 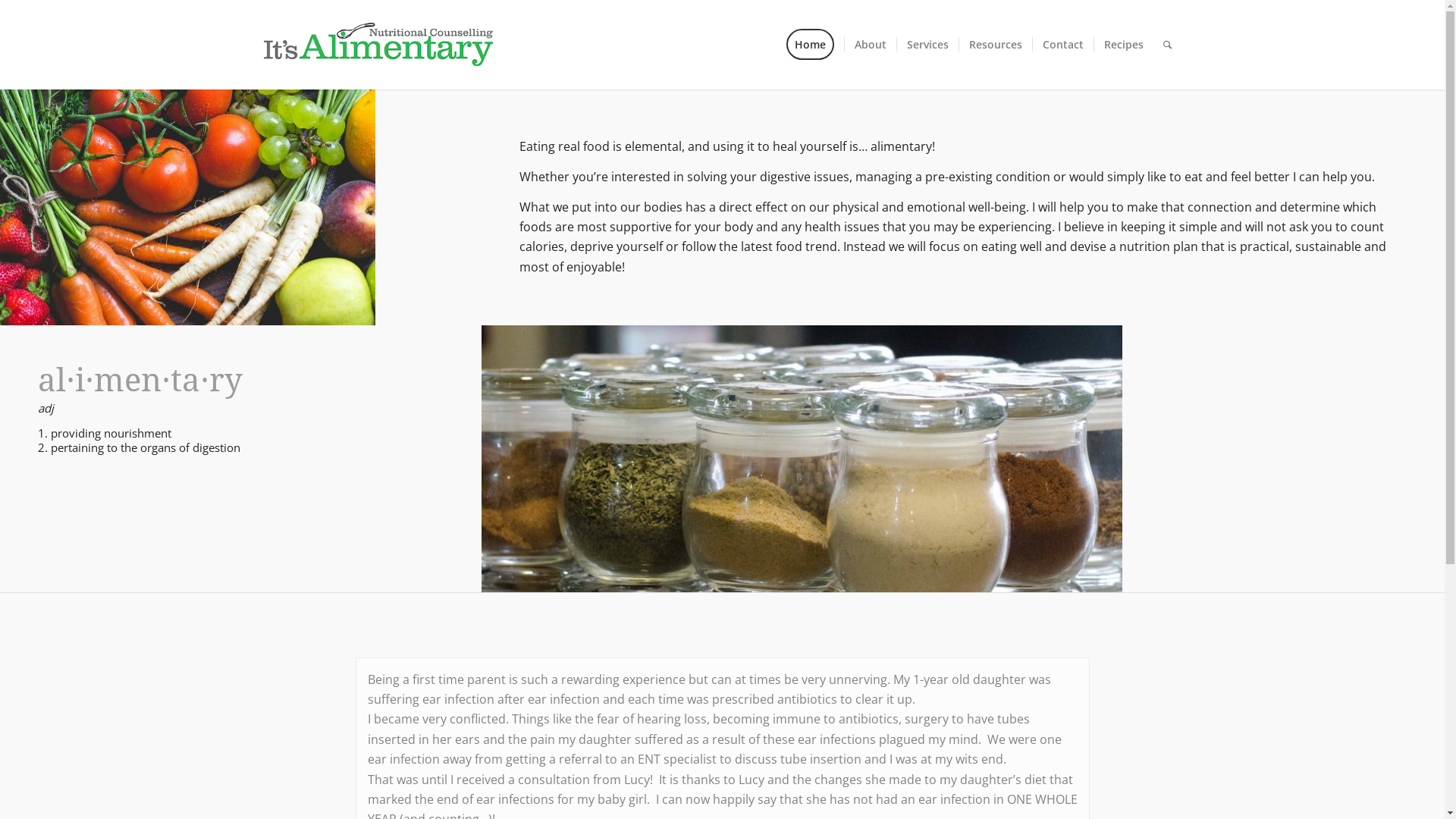 I want to click on 'Contact', so click(x=1061, y=43).